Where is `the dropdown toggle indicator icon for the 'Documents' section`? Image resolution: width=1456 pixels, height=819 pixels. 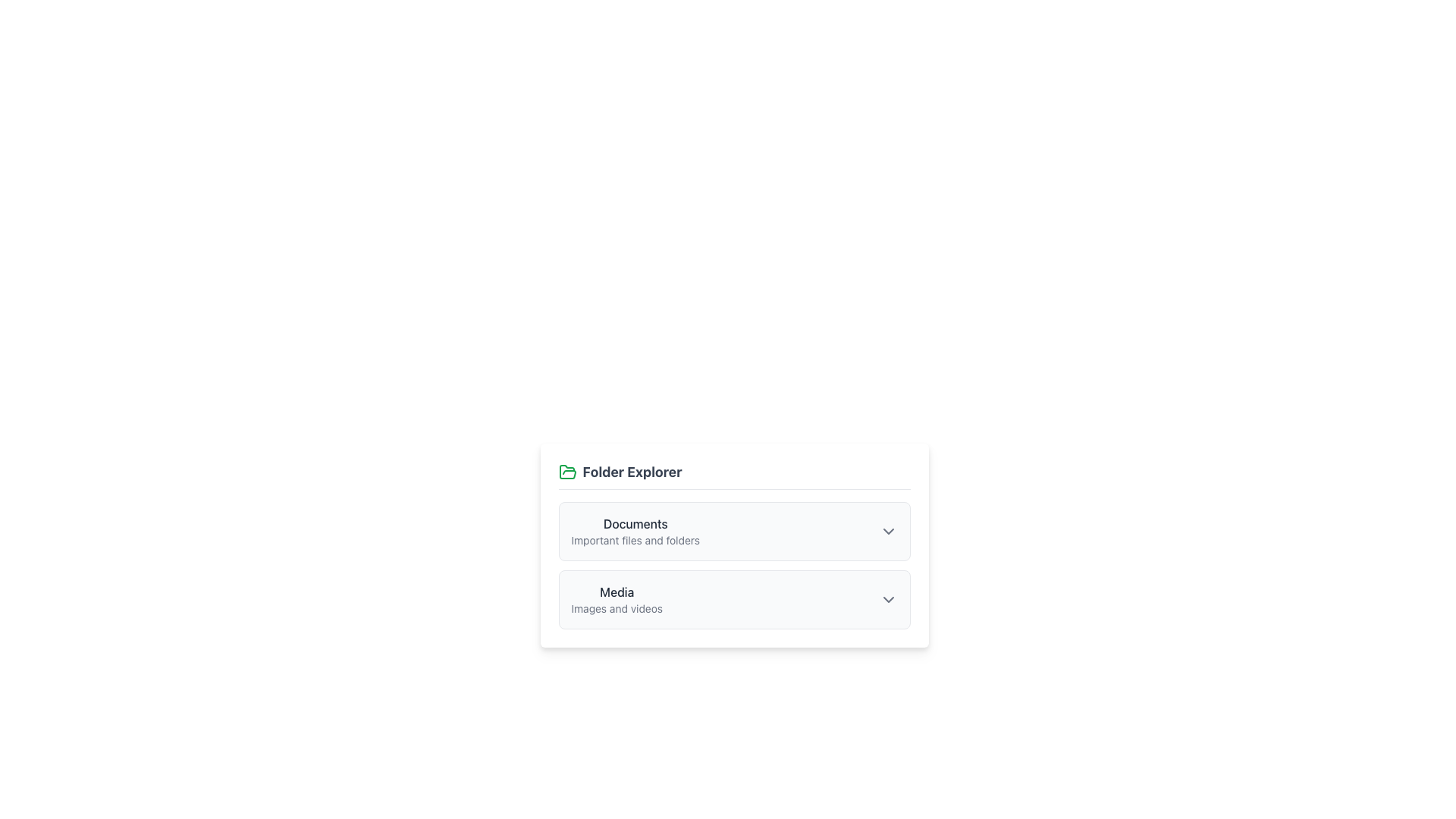
the dropdown toggle indicator icon for the 'Documents' section is located at coordinates (888, 531).